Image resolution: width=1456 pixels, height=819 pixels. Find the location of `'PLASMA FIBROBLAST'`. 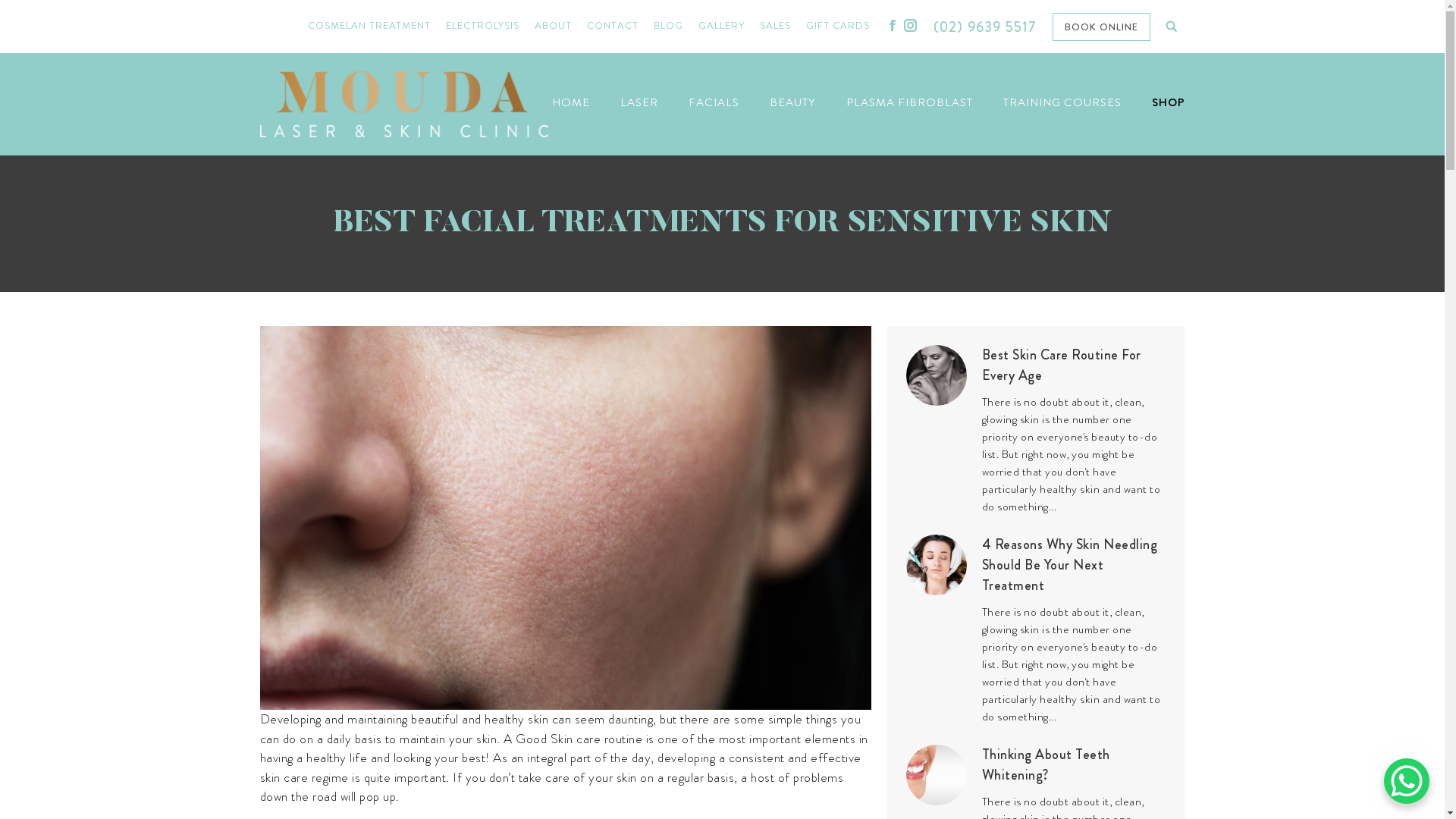

'PLASMA FIBROBLAST' is located at coordinates (909, 102).